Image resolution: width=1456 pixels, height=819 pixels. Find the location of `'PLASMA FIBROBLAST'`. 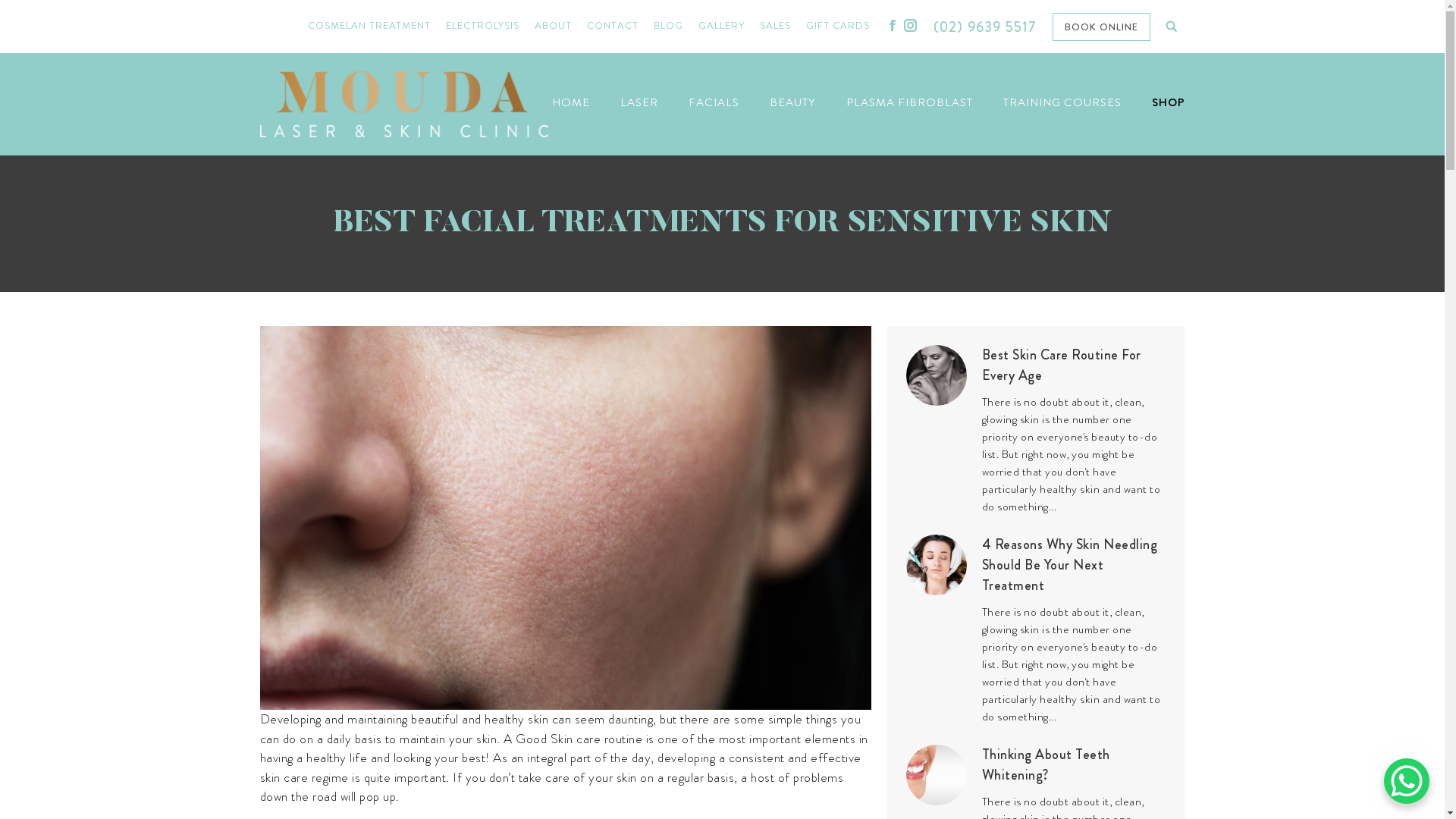

'PLASMA FIBROBLAST' is located at coordinates (909, 102).